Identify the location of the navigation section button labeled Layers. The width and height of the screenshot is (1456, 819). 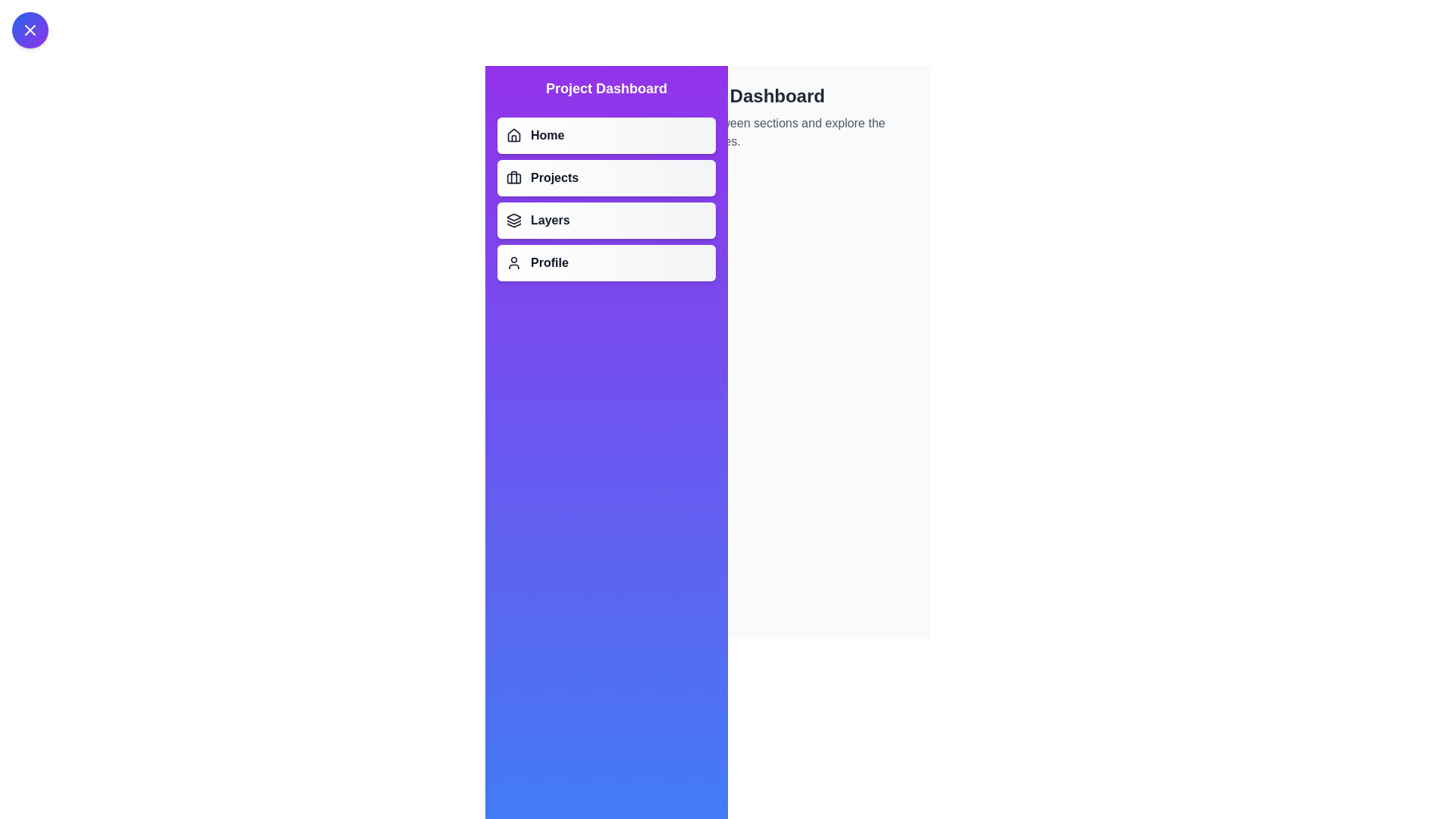
(607, 220).